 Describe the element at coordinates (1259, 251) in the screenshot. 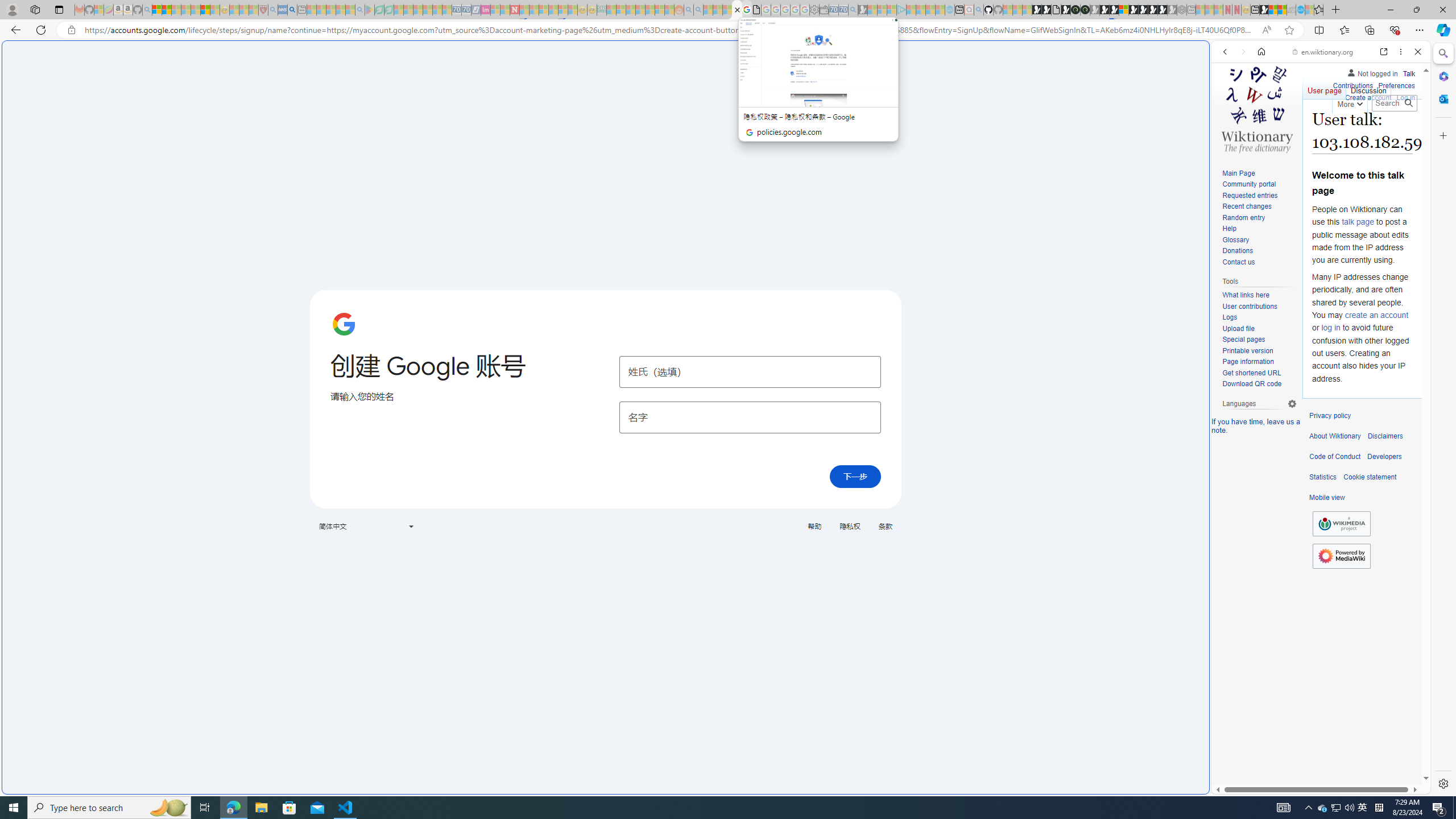

I see `'Donations'` at that location.